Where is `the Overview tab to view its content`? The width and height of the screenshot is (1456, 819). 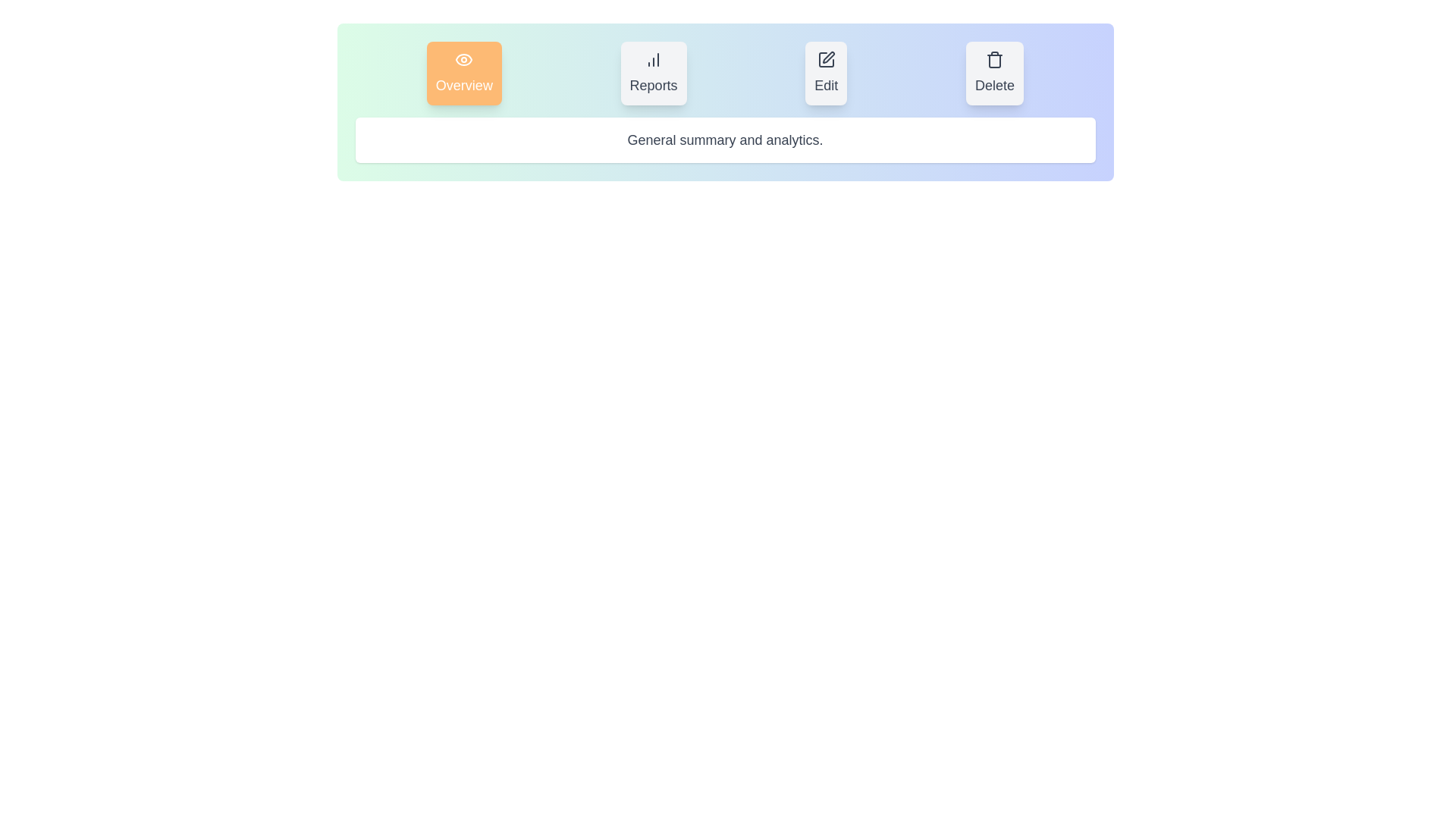
the Overview tab to view its content is located at coordinates (463, 73).